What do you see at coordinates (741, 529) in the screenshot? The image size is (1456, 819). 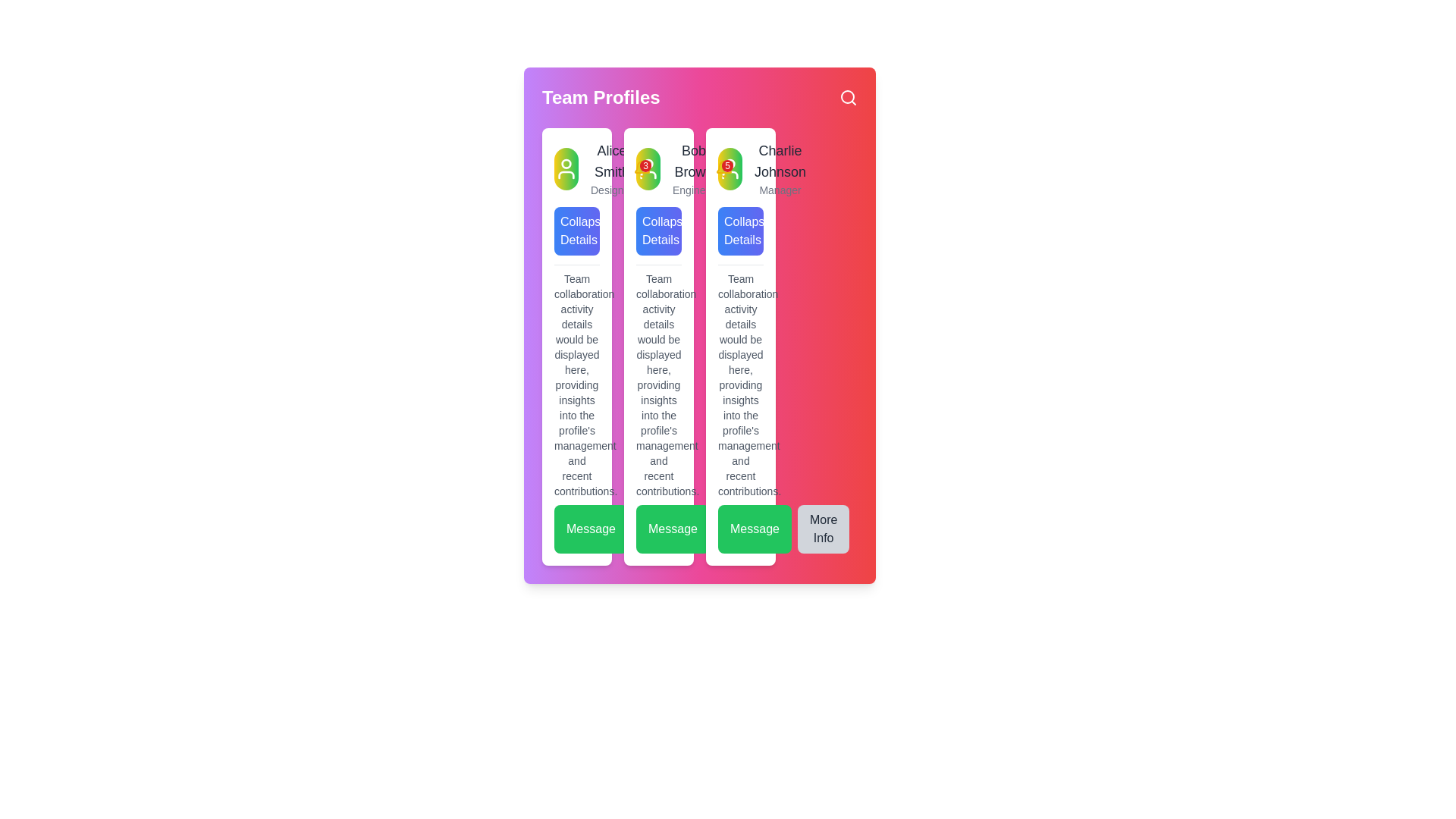 I see `the interactive button for sending a message related to the specific team member profile located in the third column, positioned at the bottom of the column` at bounding box center [741, 529].